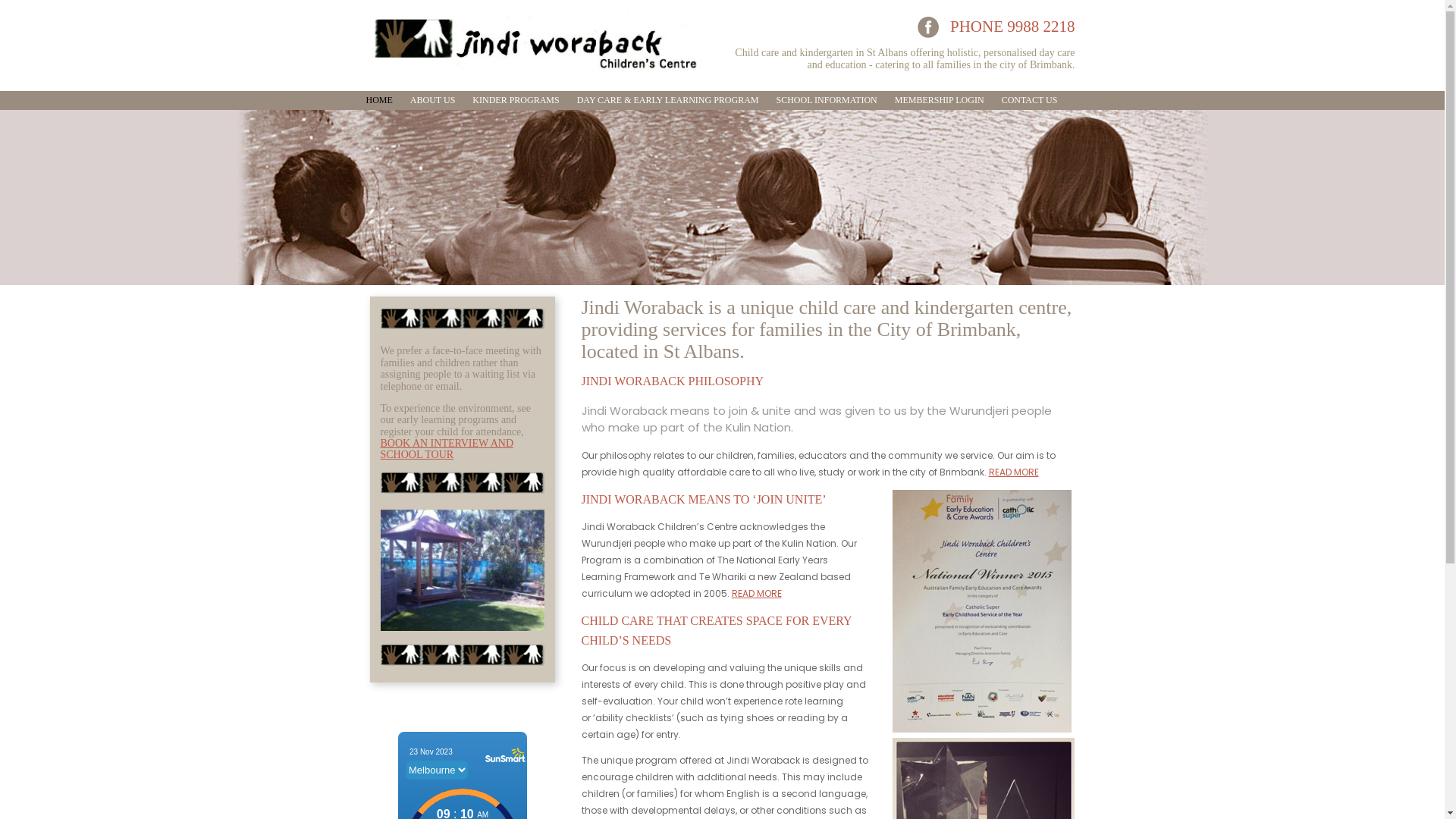  Describe the element at coordinates (431, 100) in the screenshot. I see `'ABOUT US'` at that location.